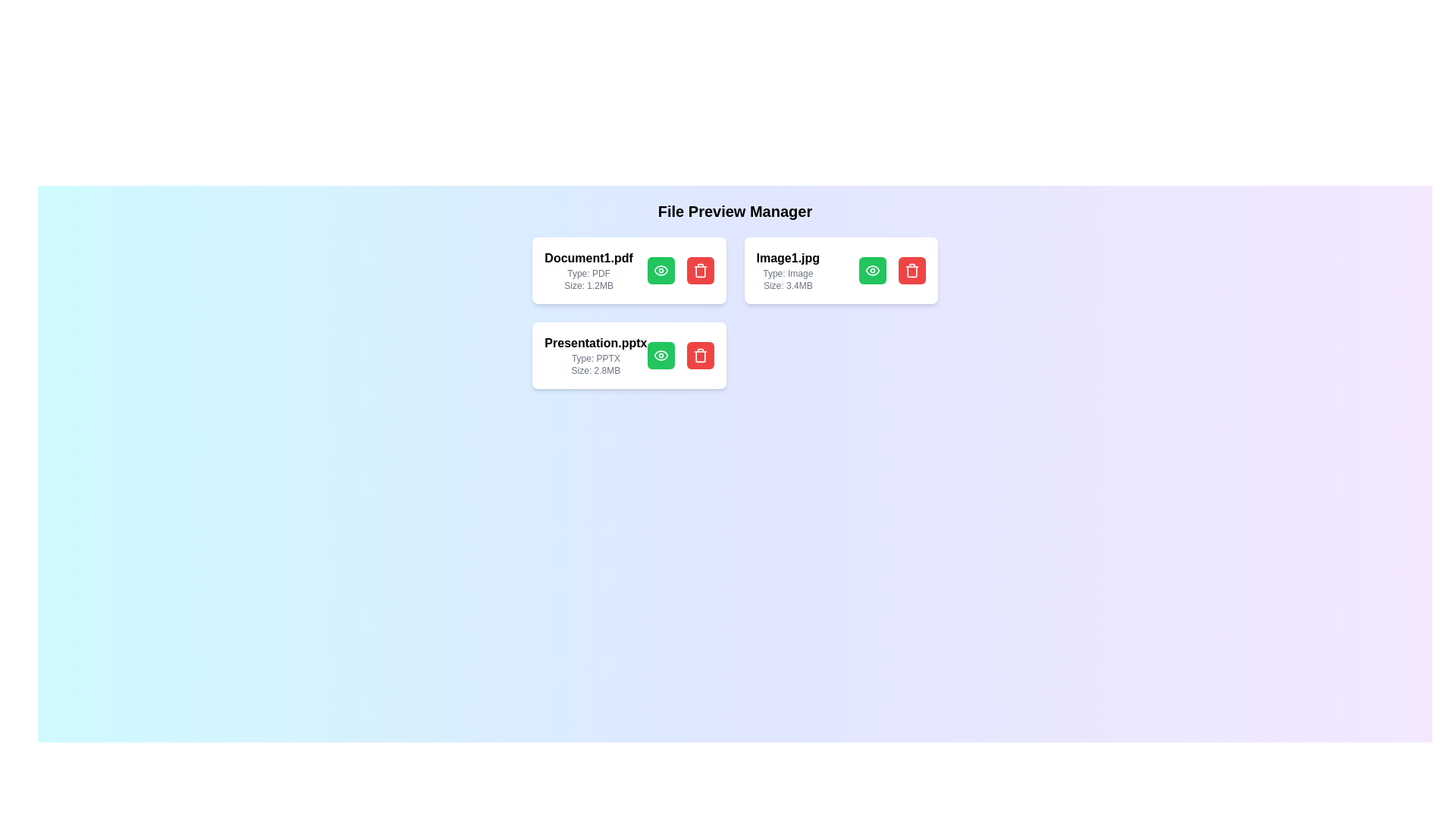 This screenshot has height=819, width=1456. I want to click on the decorative 'eye' icon element that indicates a 'view' or 'preview' action for the file labeled 'Image1.jpg', located in the file management section, so click(661, 270).